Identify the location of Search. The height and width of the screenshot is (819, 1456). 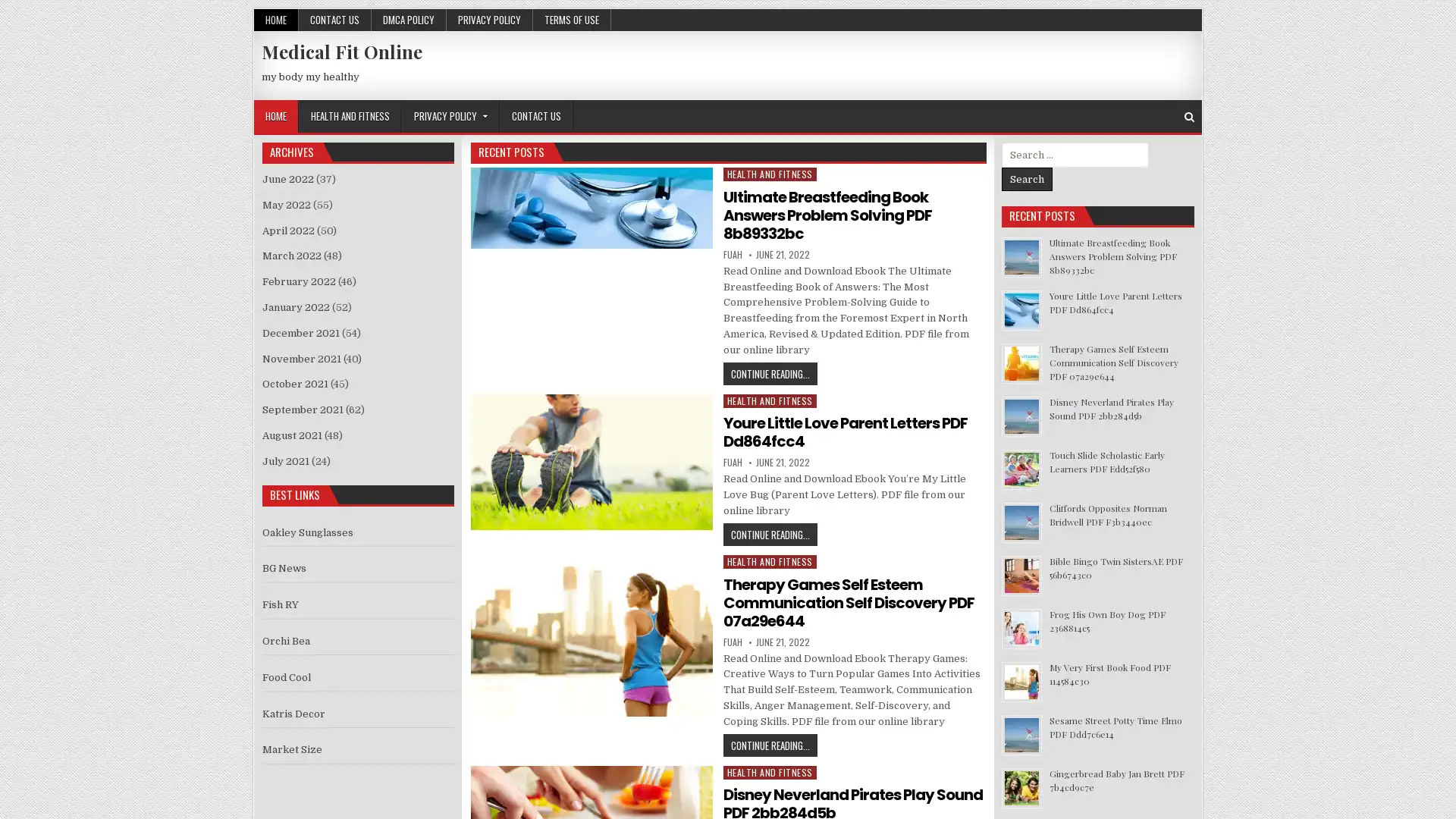
(1027, 178).